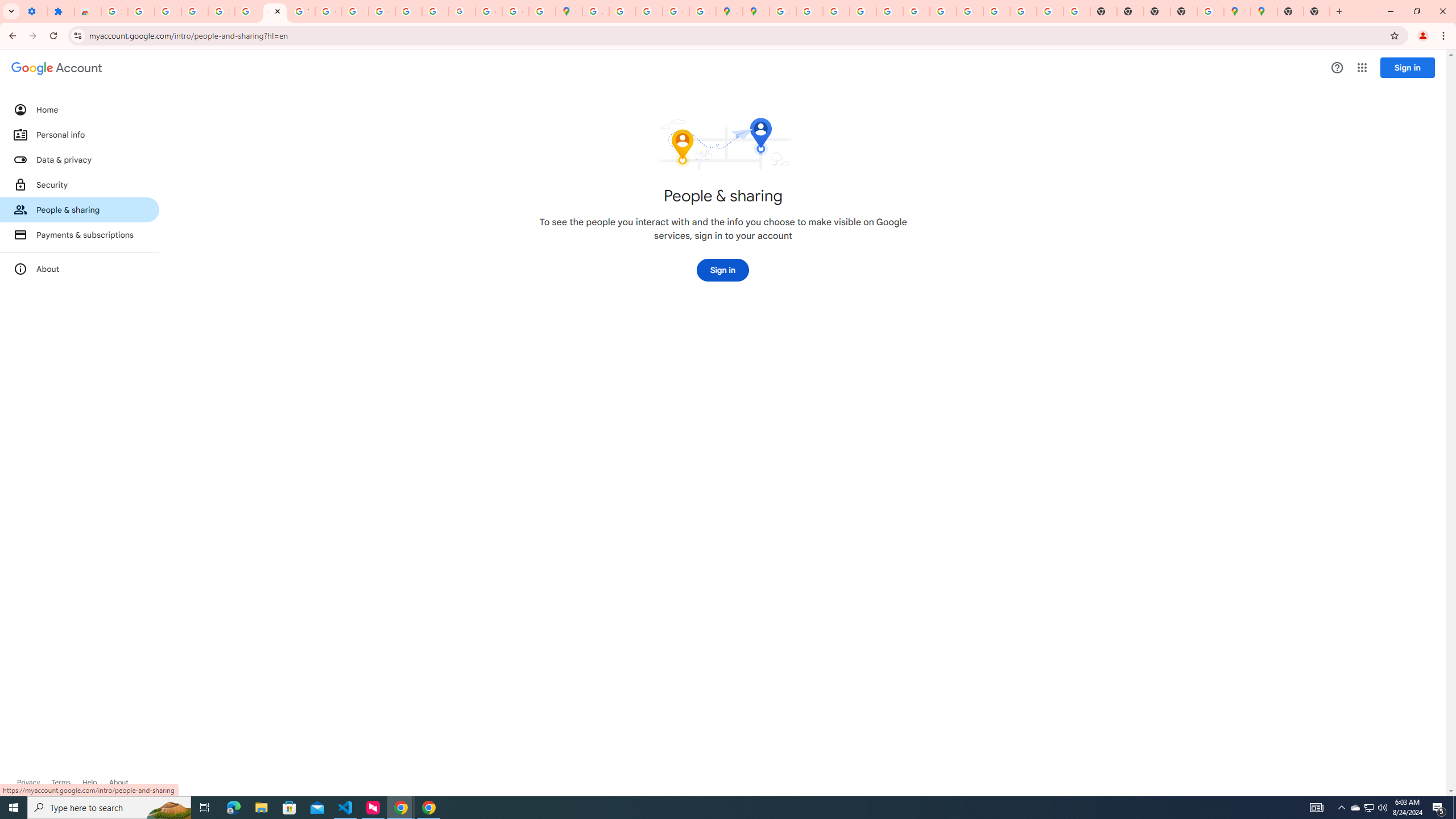 The height and width of the screenshot is (819, 1456). What do you see at coordinates (221, 11) in the screenshot?
I see `'Sign in - Google Accounts'` at bounding box center [221, 11].